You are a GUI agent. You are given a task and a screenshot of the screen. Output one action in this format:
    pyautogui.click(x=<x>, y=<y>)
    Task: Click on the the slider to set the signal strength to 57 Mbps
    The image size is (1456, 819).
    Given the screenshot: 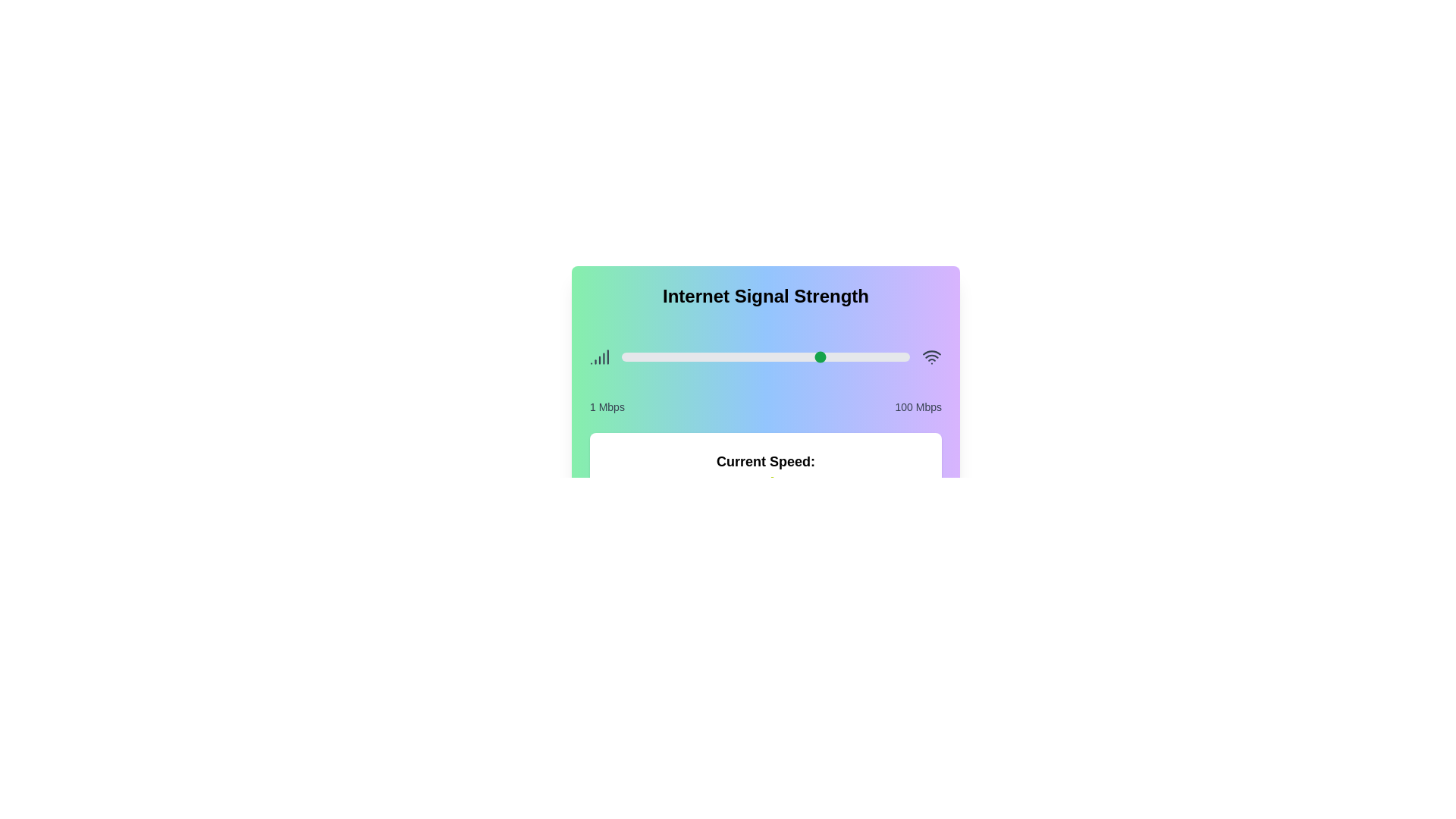 What is the action you would take?
    pyautogui.click(x=784, y=356)
    